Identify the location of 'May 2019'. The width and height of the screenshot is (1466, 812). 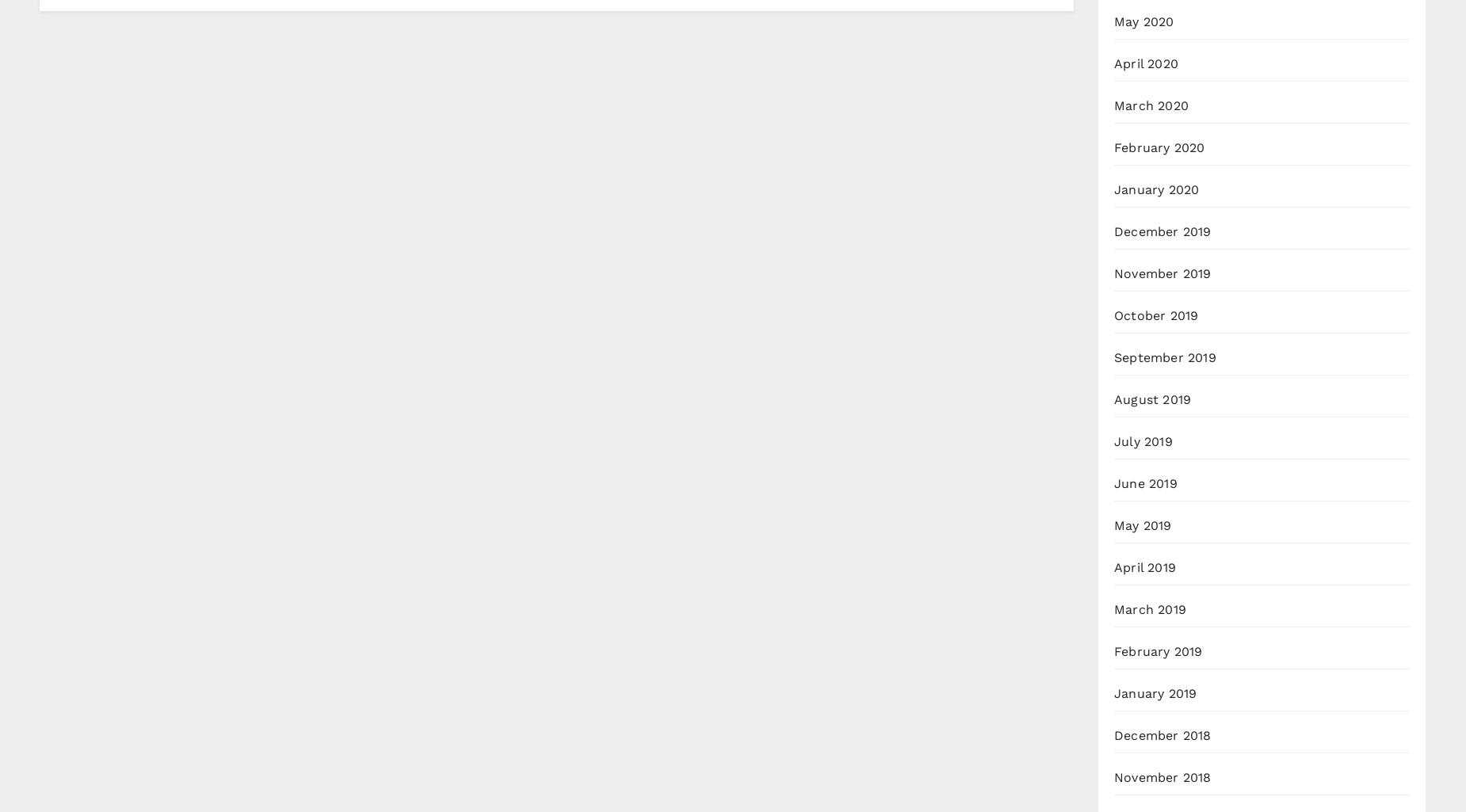
(1143, 525).